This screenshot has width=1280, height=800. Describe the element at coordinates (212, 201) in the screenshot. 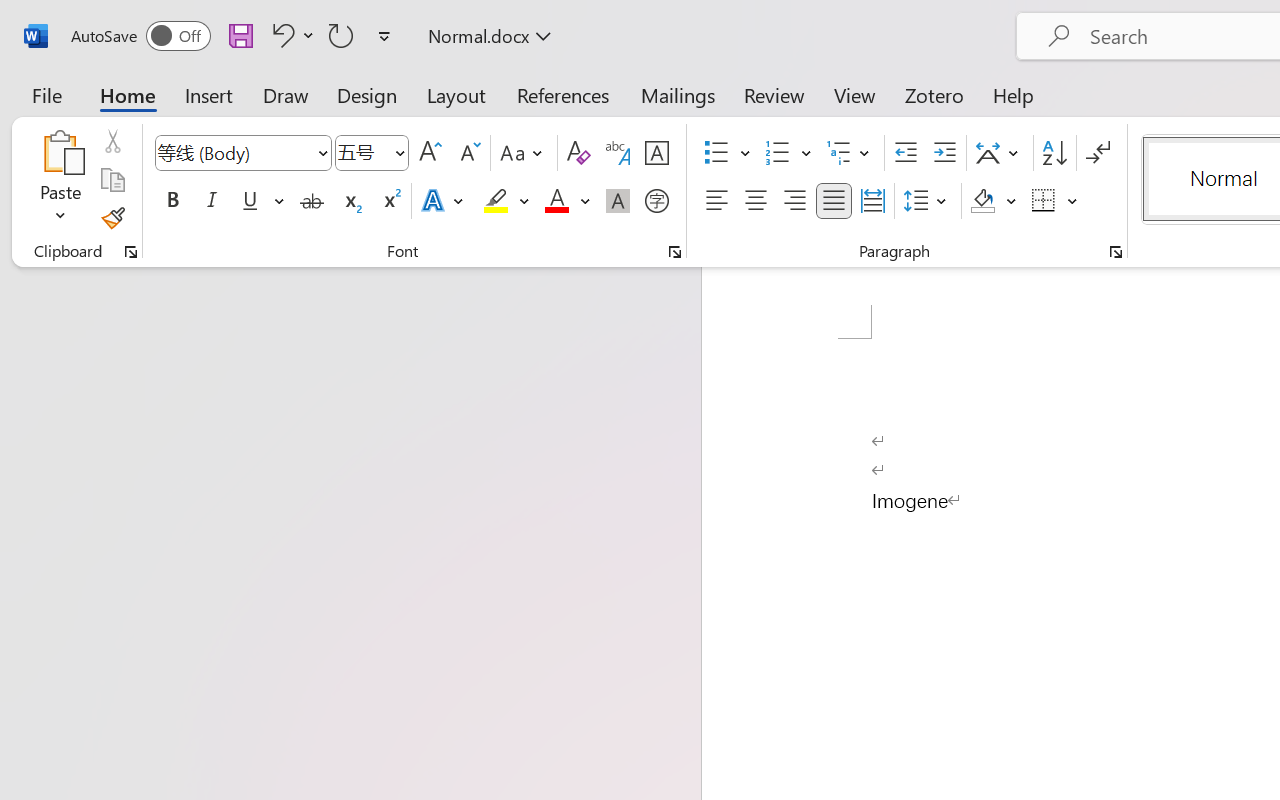

I see `'Italic'` at that location.